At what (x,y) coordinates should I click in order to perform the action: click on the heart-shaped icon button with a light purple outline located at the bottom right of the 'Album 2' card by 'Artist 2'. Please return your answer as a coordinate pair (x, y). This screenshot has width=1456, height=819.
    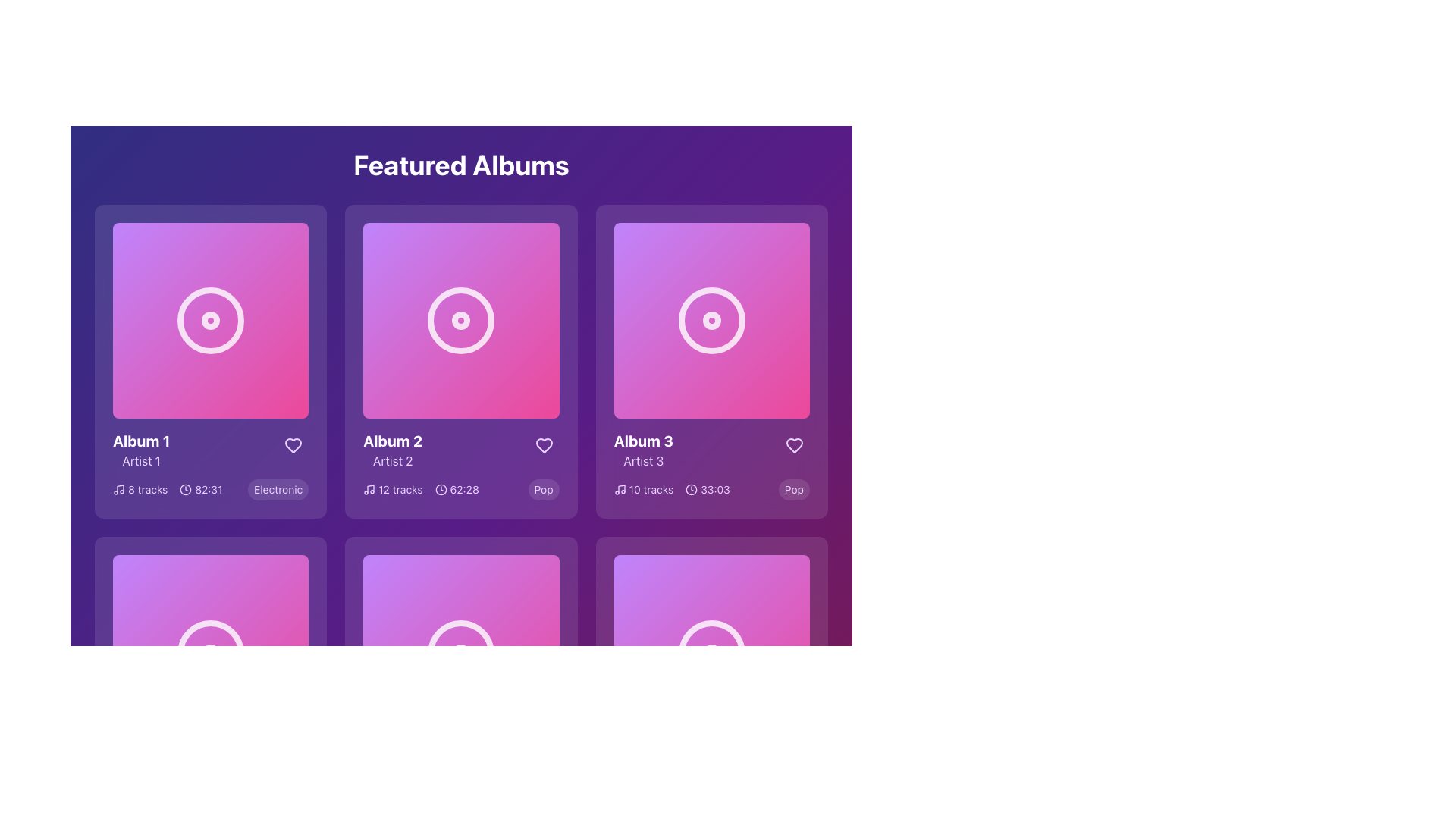
    Looking at the image, I should click on (544, 445).